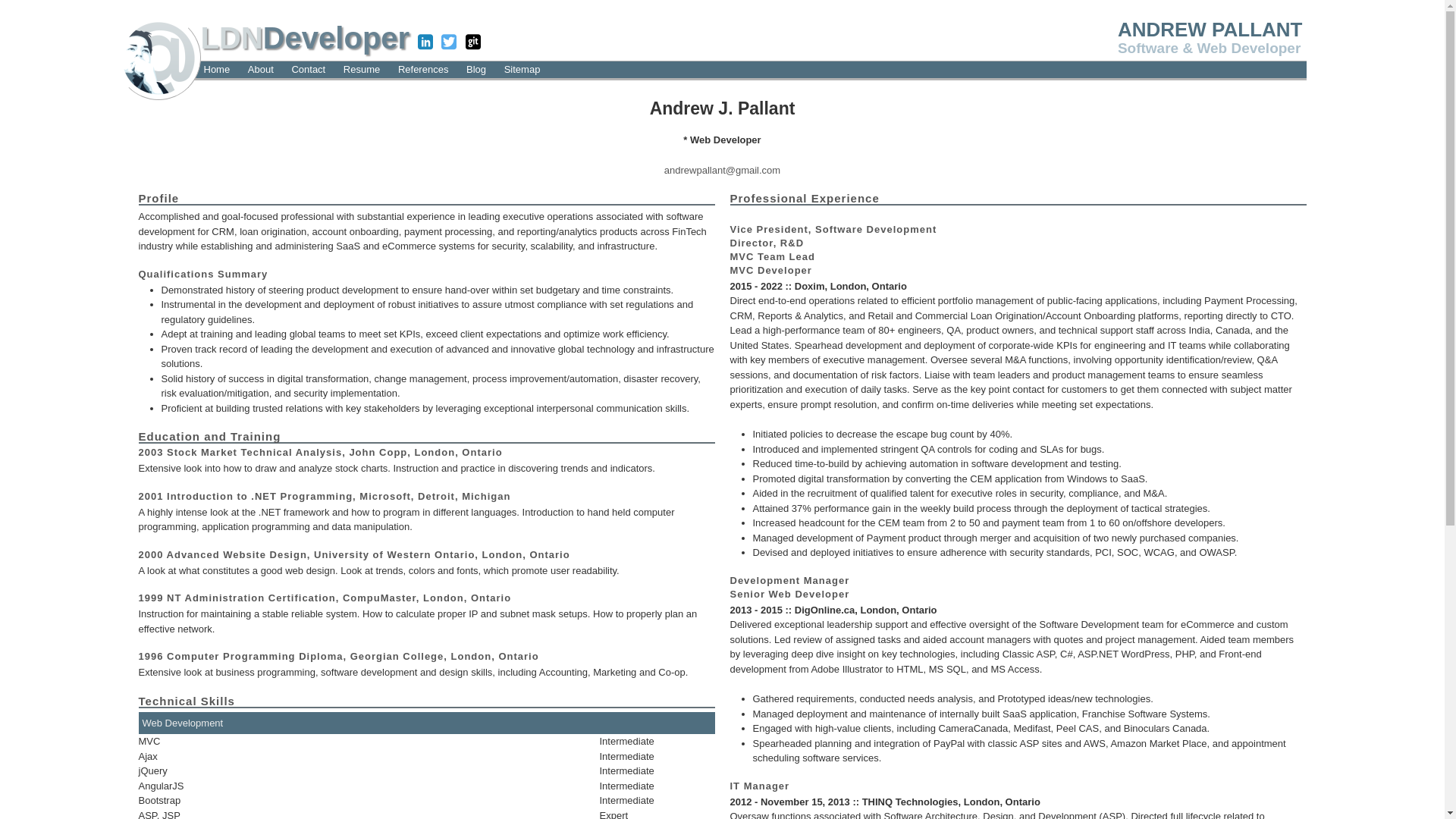  I want to click on 'Click to visit the home of Andrew Pallant @LdnDeveloper', so click(157, 55).